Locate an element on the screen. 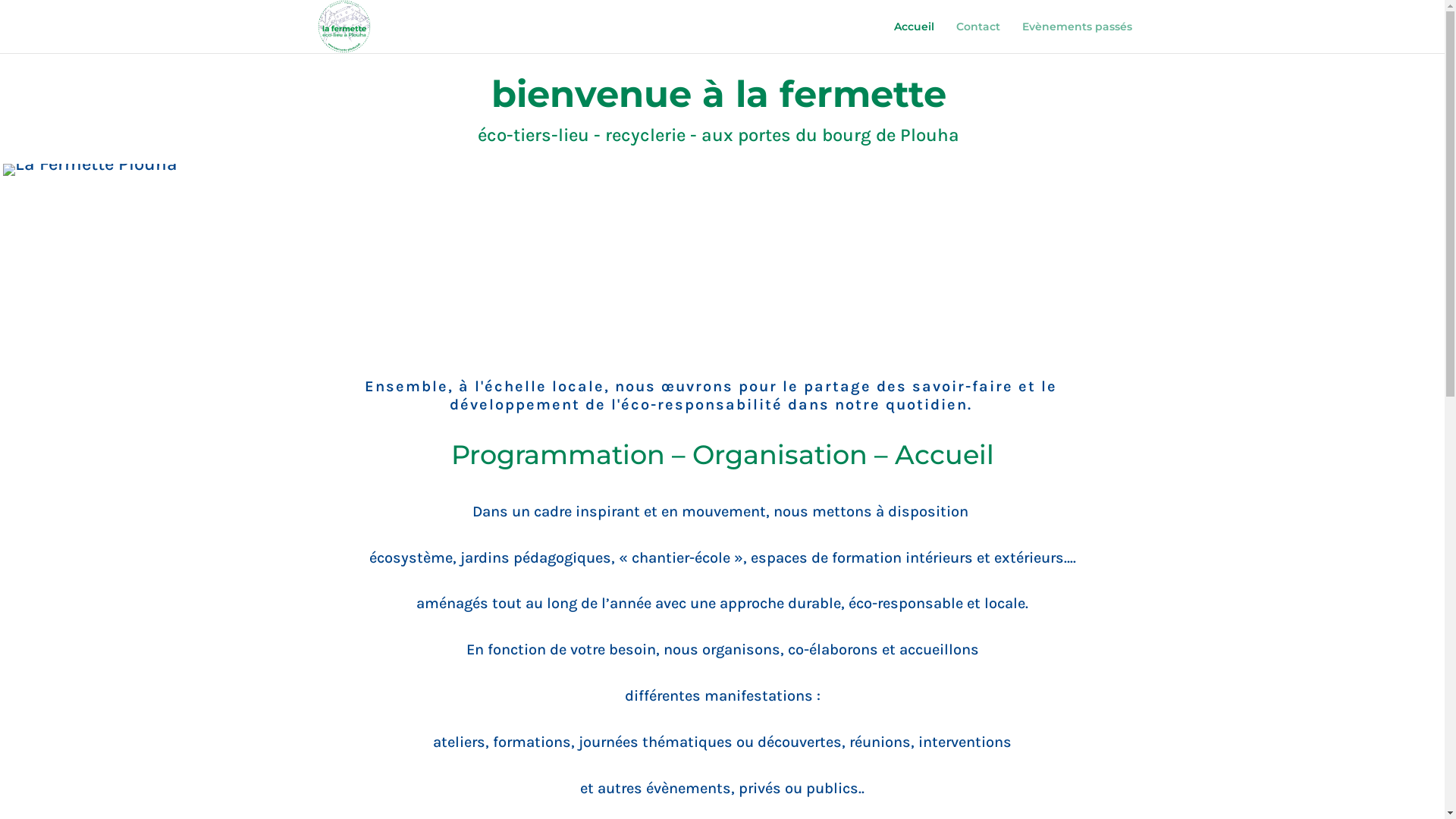 This screenshot has width=1456, height=819. 'La Fermette Plouha' is located at coordinates (89, 169).